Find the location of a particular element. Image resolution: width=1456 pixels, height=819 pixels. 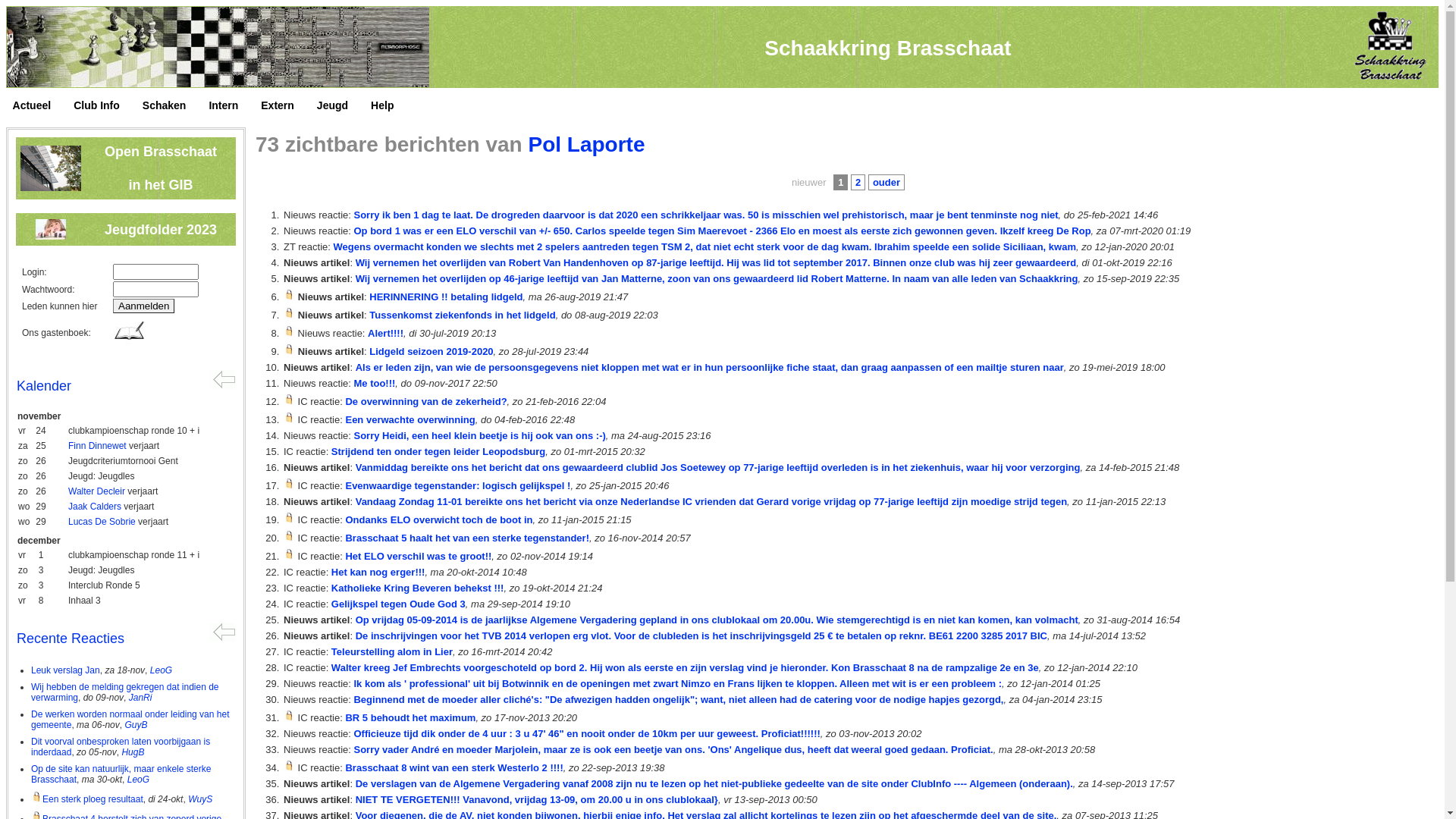

'Jaak Calders' is located at coordinates (93, 506).